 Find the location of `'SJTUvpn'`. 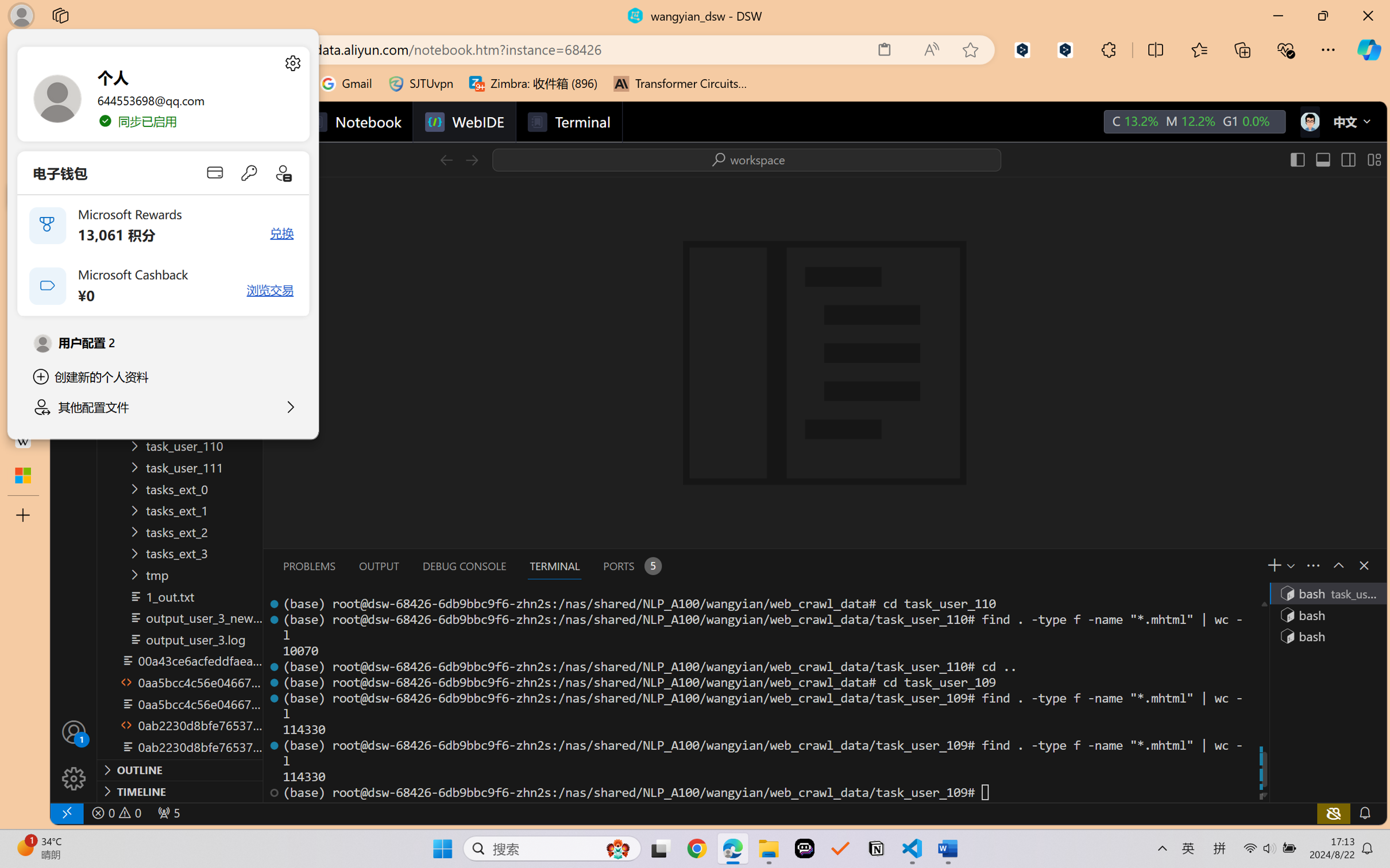

'SJTUvpn' is located at coordinates (420, 83).